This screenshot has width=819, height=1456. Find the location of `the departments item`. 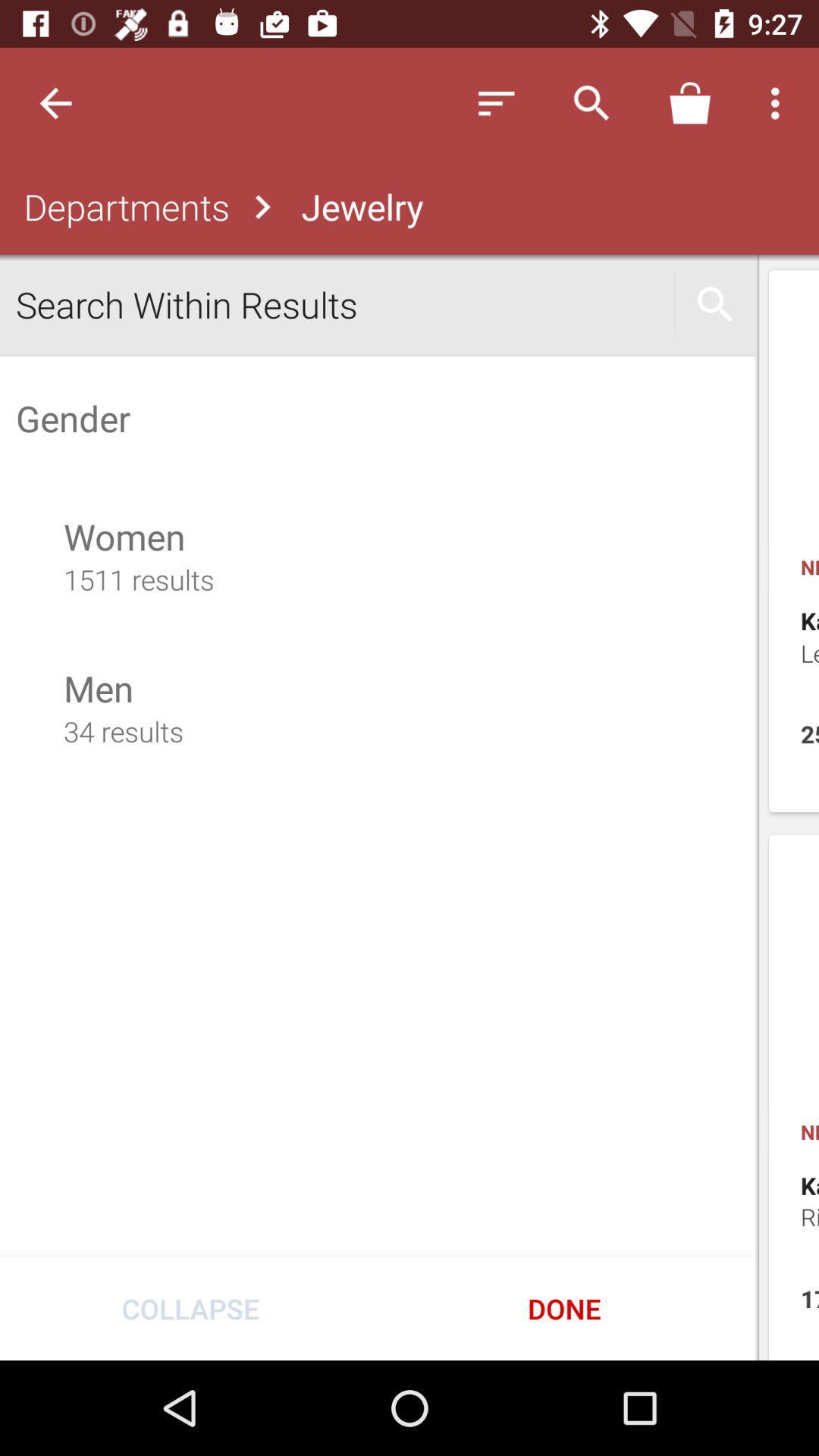

the departments item is located at coordinates (122, 206).